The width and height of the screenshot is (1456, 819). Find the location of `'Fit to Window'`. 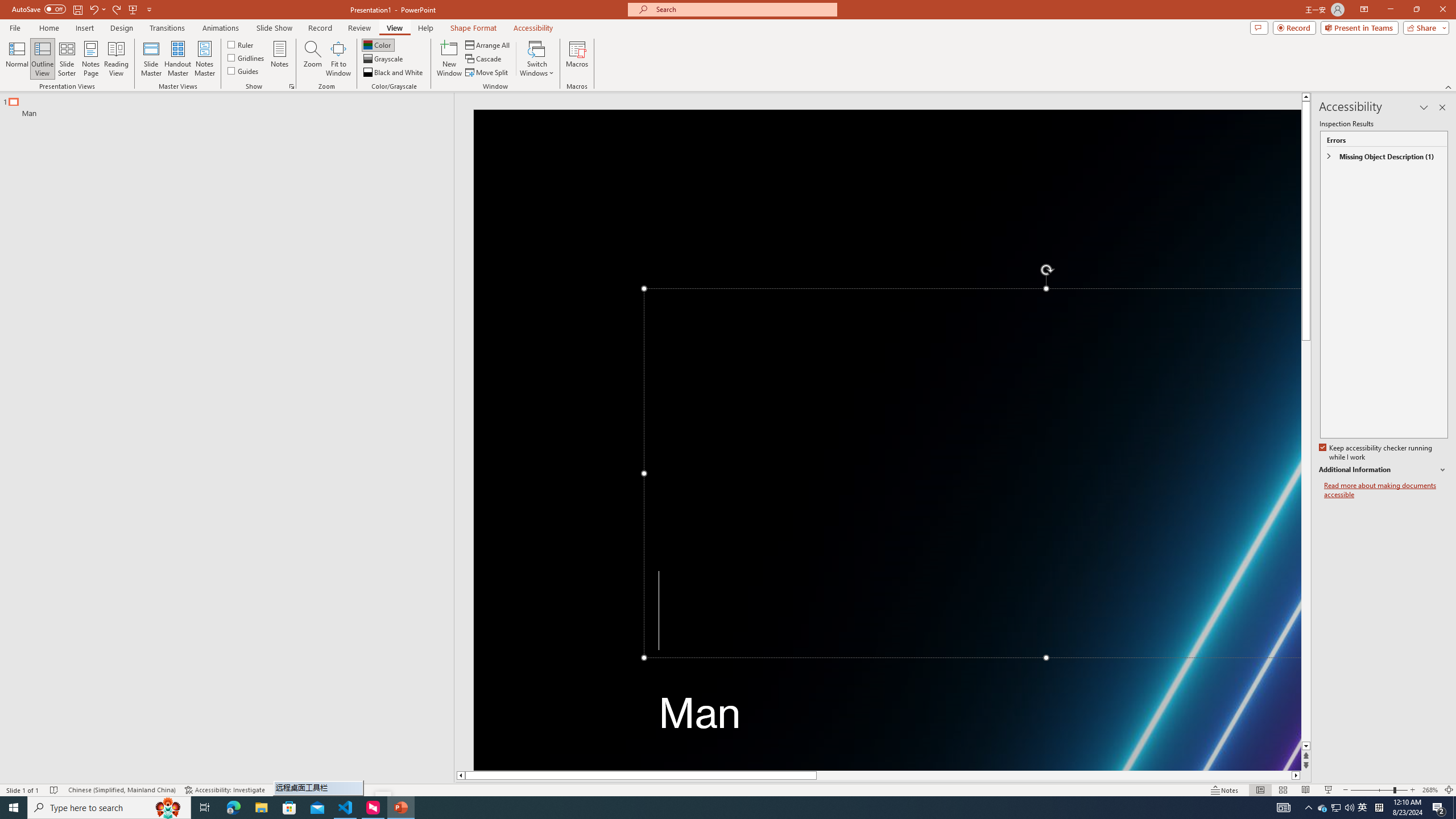

'Fit to Window' is located at coordinates (338, 59).